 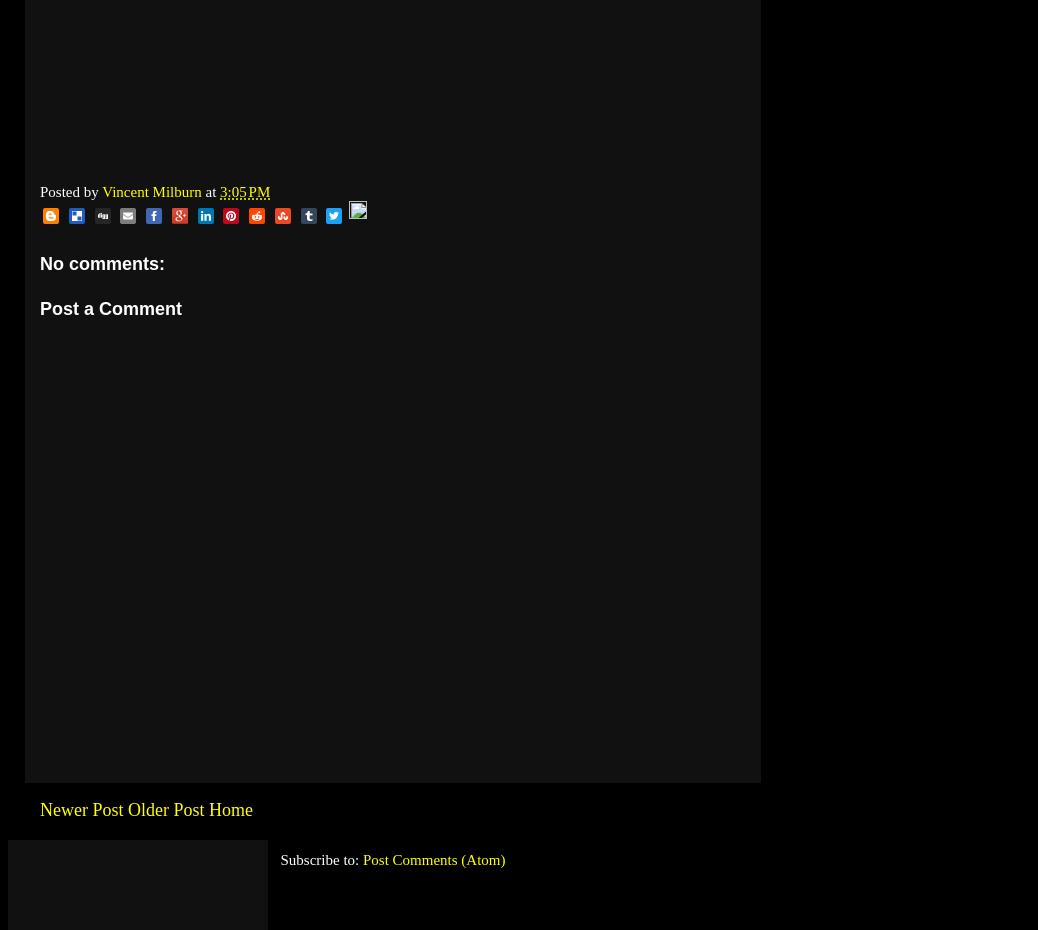 What do you see at coordinates (109, 309) in the screenshot?
I see `'Post a Comment'` at bounding box center [109, 309].